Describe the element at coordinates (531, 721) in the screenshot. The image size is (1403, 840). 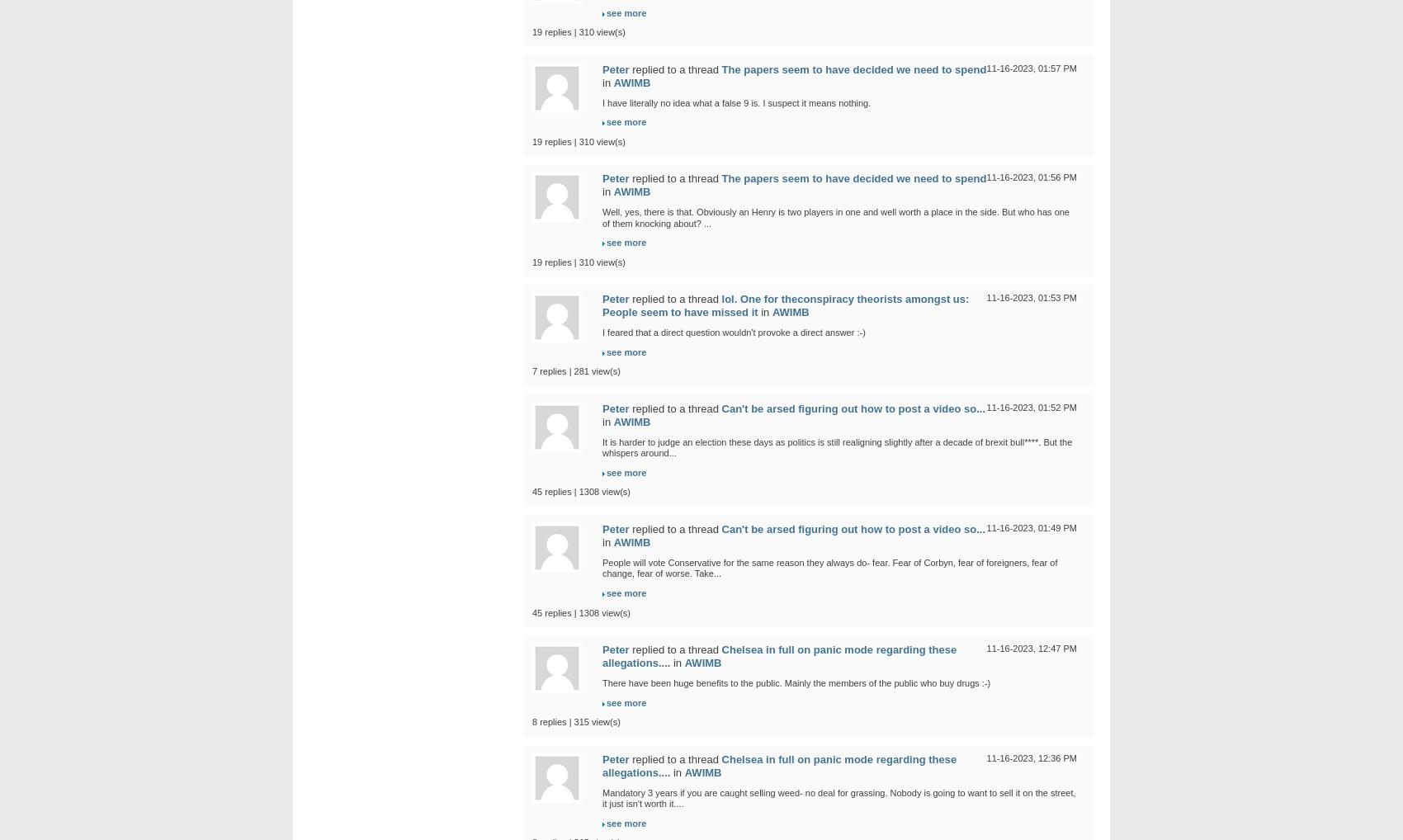
I see `'8 replies | 315 view(s)'` at that location.